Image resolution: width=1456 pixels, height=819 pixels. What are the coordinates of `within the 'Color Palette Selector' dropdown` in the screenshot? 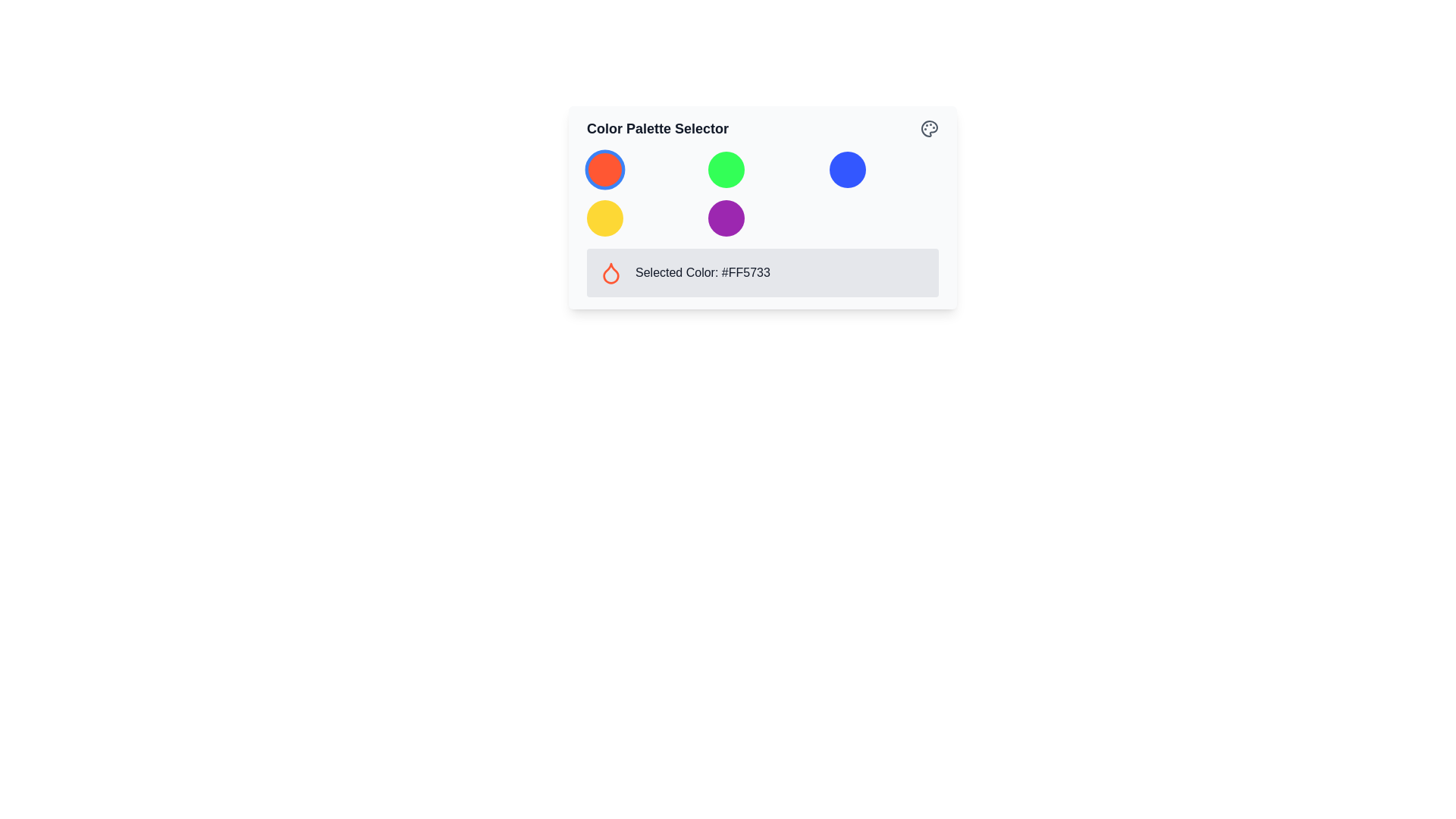 It's located at (763, 207).